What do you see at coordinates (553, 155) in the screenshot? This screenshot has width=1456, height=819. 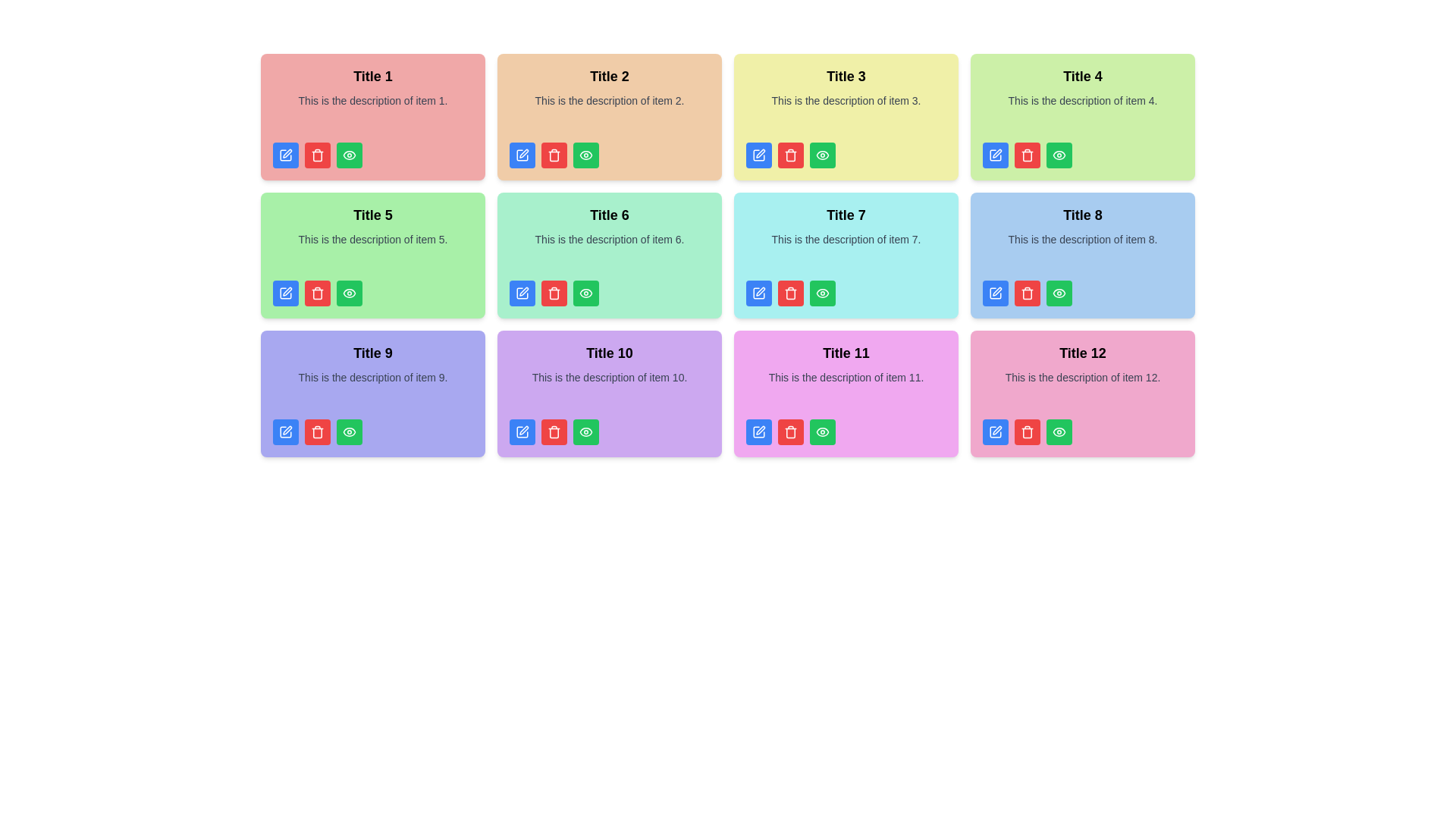 I see `the square-shaped button with a red background and white trash can icon located under the panel titled 'Title 2'` at bounding box center [553, 155].